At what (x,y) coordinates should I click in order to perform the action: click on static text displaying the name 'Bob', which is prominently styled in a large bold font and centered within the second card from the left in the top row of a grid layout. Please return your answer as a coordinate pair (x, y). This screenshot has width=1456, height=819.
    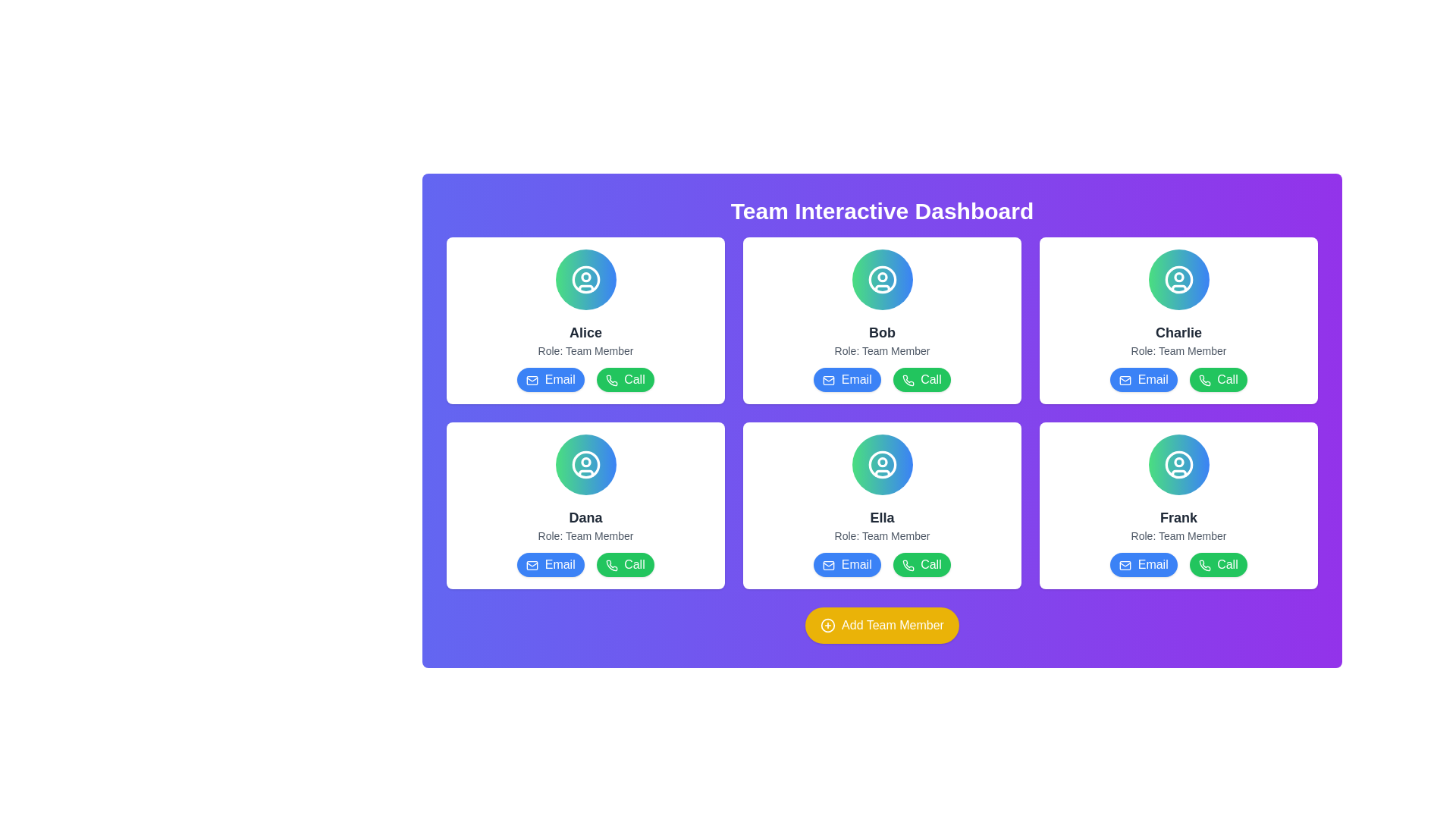
    Looking at the image, I should click on (882, 332).